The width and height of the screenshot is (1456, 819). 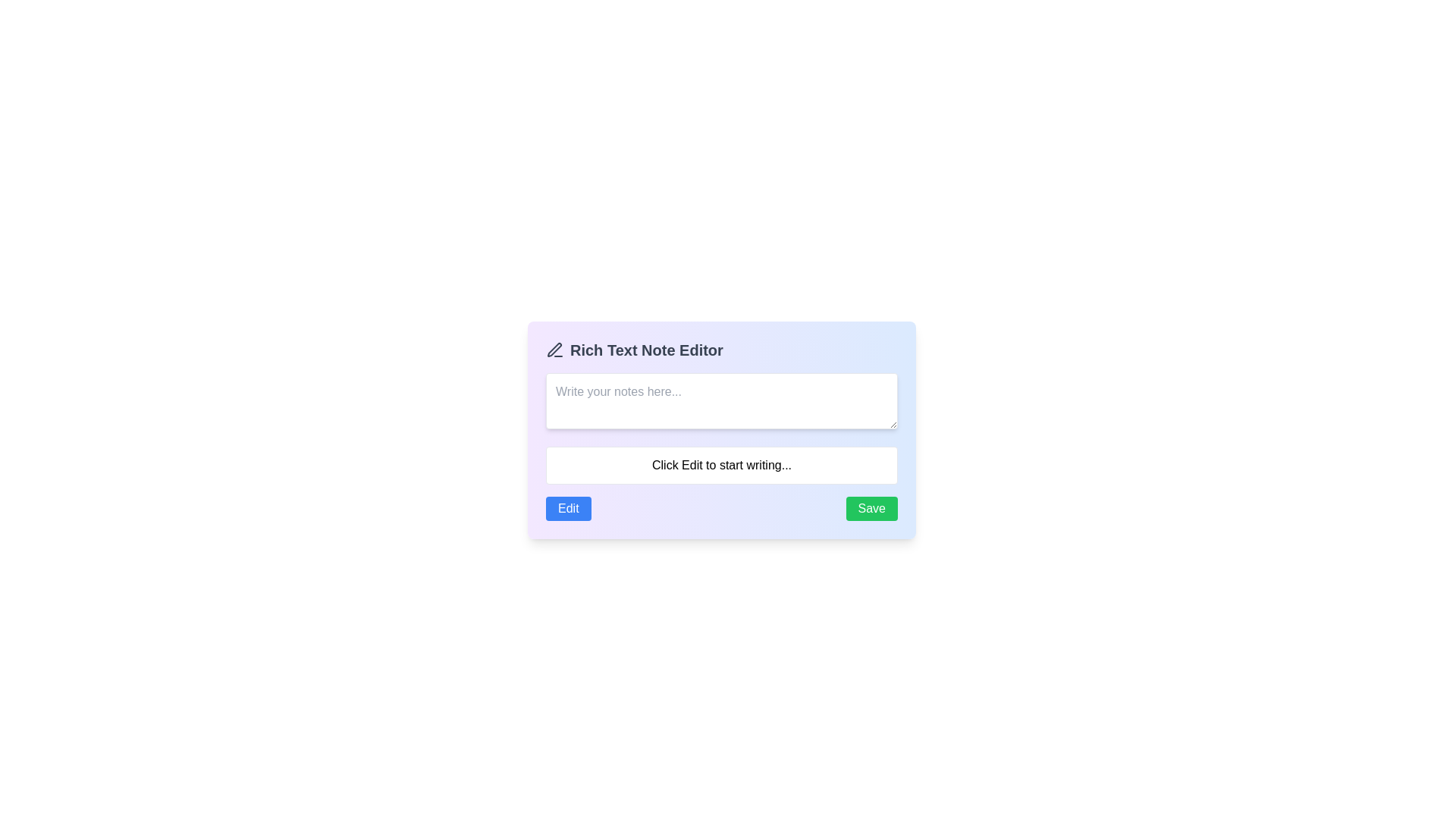 I want to click on the pen icon, which is a thin outlined black icon located adjacent to the 'Rich Text Note Editor' text, so click(x=554, y=350).